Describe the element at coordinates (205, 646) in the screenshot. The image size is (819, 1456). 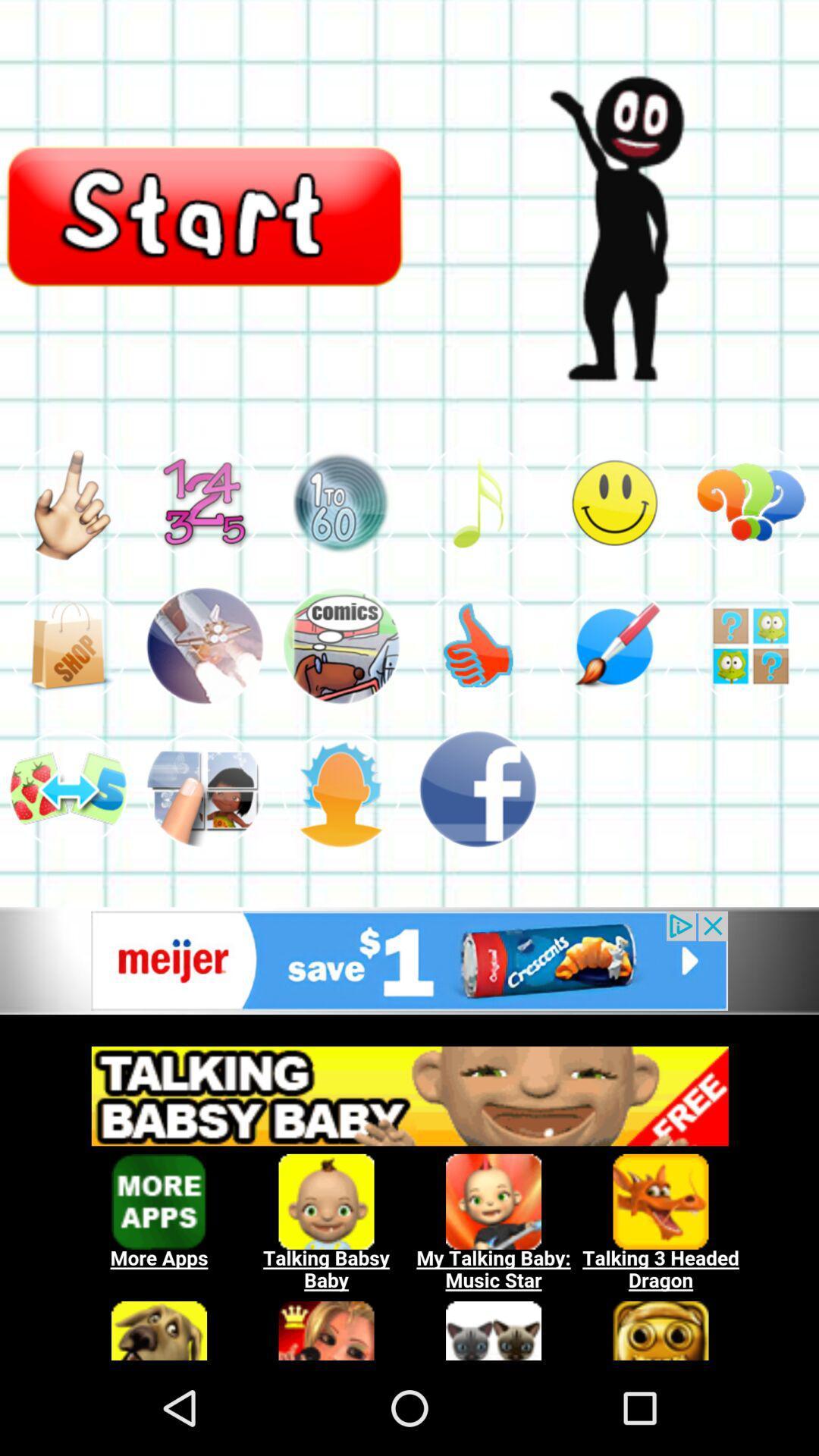
I see `the second row second image` at that location.